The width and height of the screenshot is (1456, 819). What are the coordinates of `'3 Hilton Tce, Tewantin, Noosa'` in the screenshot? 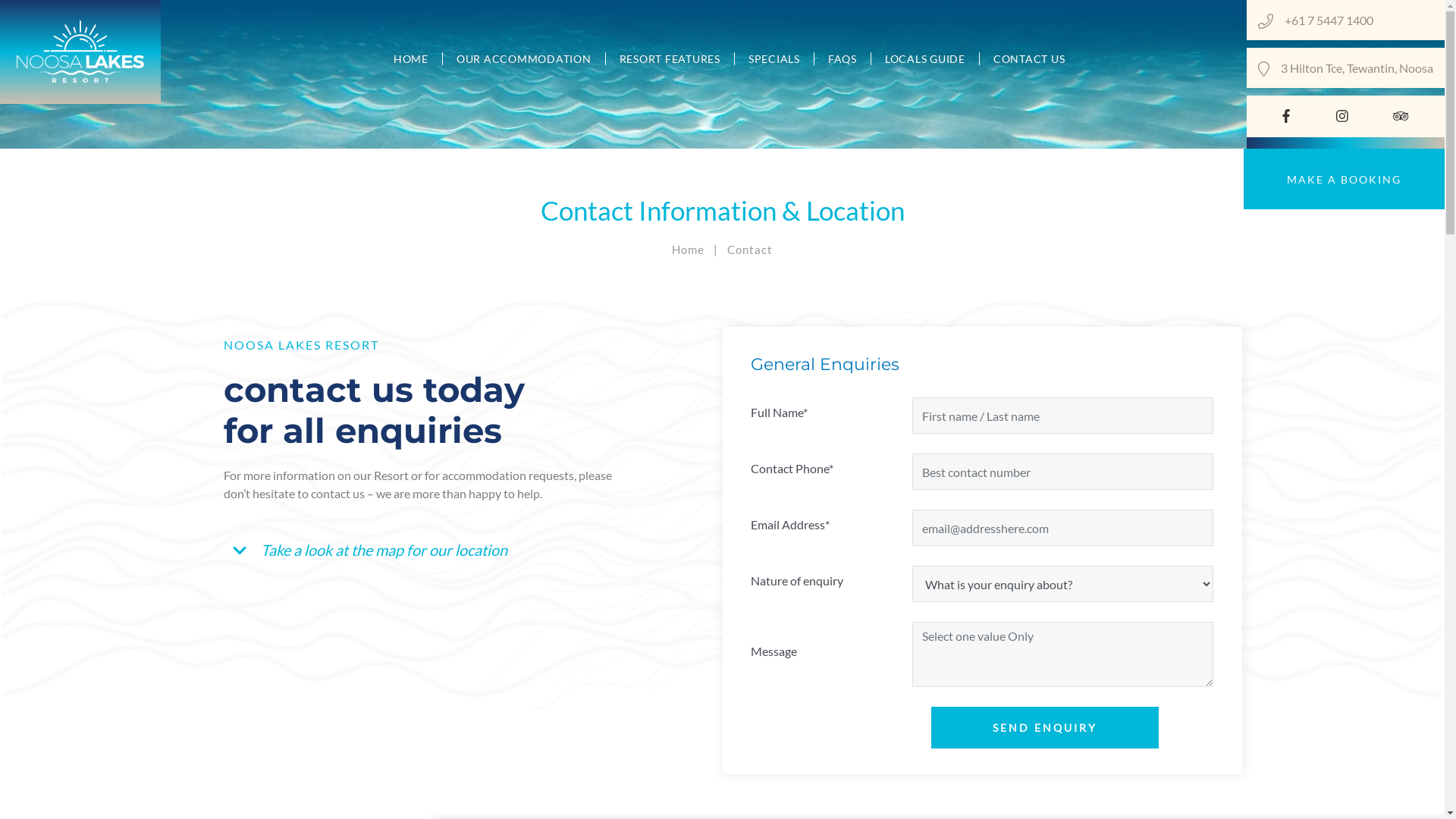 It's located at (1357, 67).